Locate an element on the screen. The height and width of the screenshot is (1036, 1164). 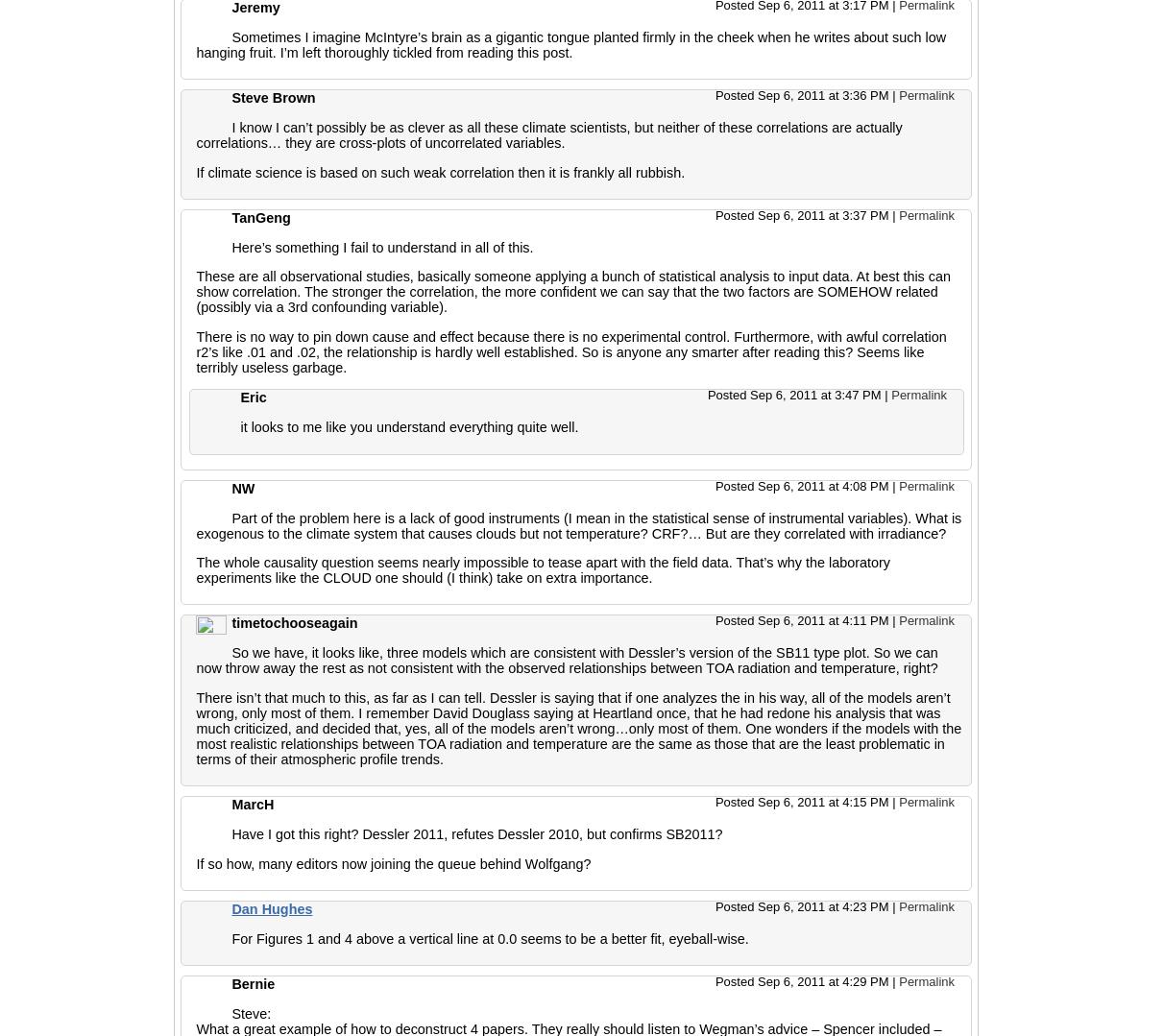
'MarcH' is located at coordinates (253, 804).